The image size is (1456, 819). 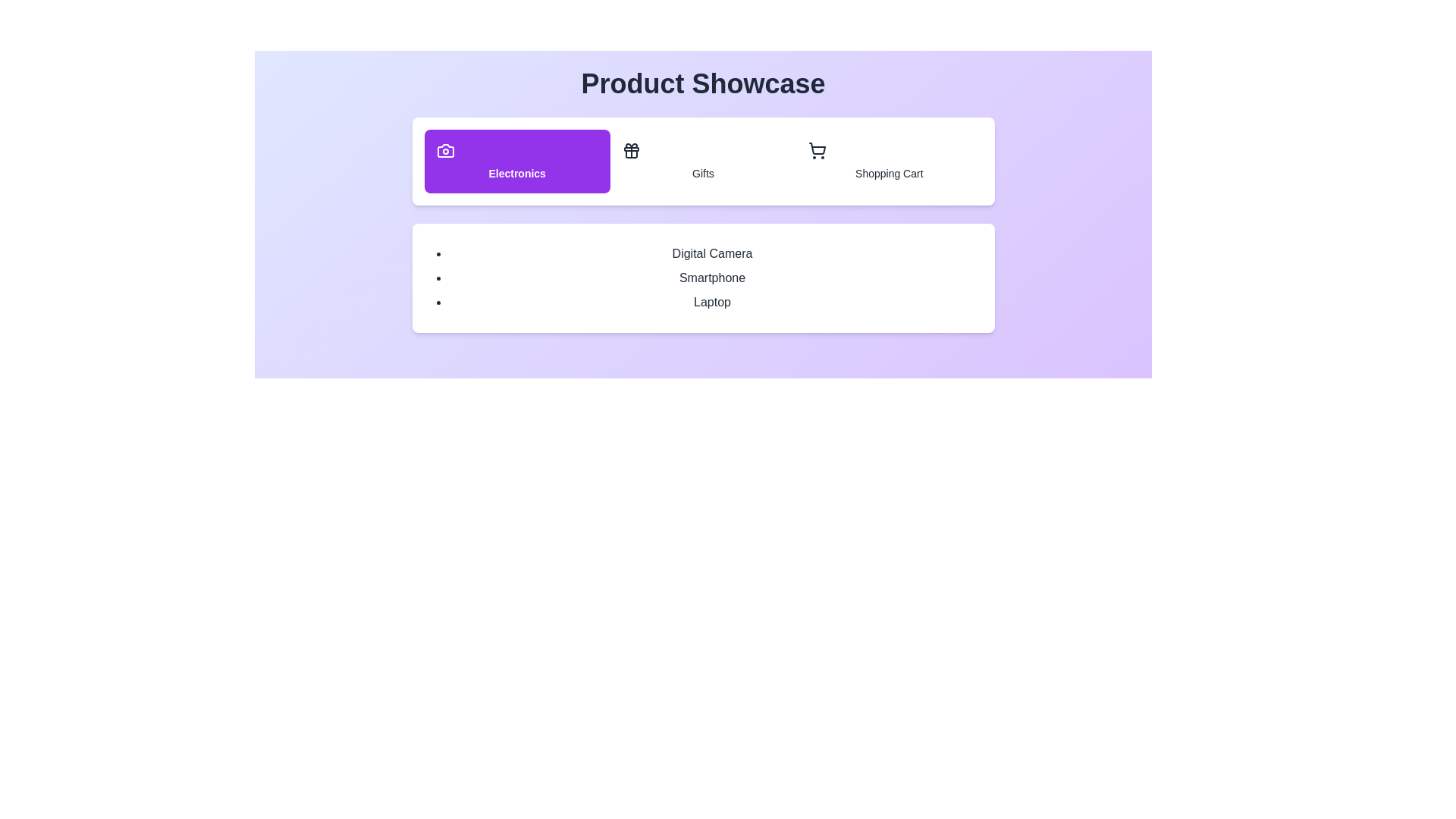 What do you see at coordinates (444, 151) in the screenshot?
I see `the SVG Icon that represents the 'Electronics' category, located within the first button of the selection bar under 'Product Showcase.'` at bounding box center [444, 151].